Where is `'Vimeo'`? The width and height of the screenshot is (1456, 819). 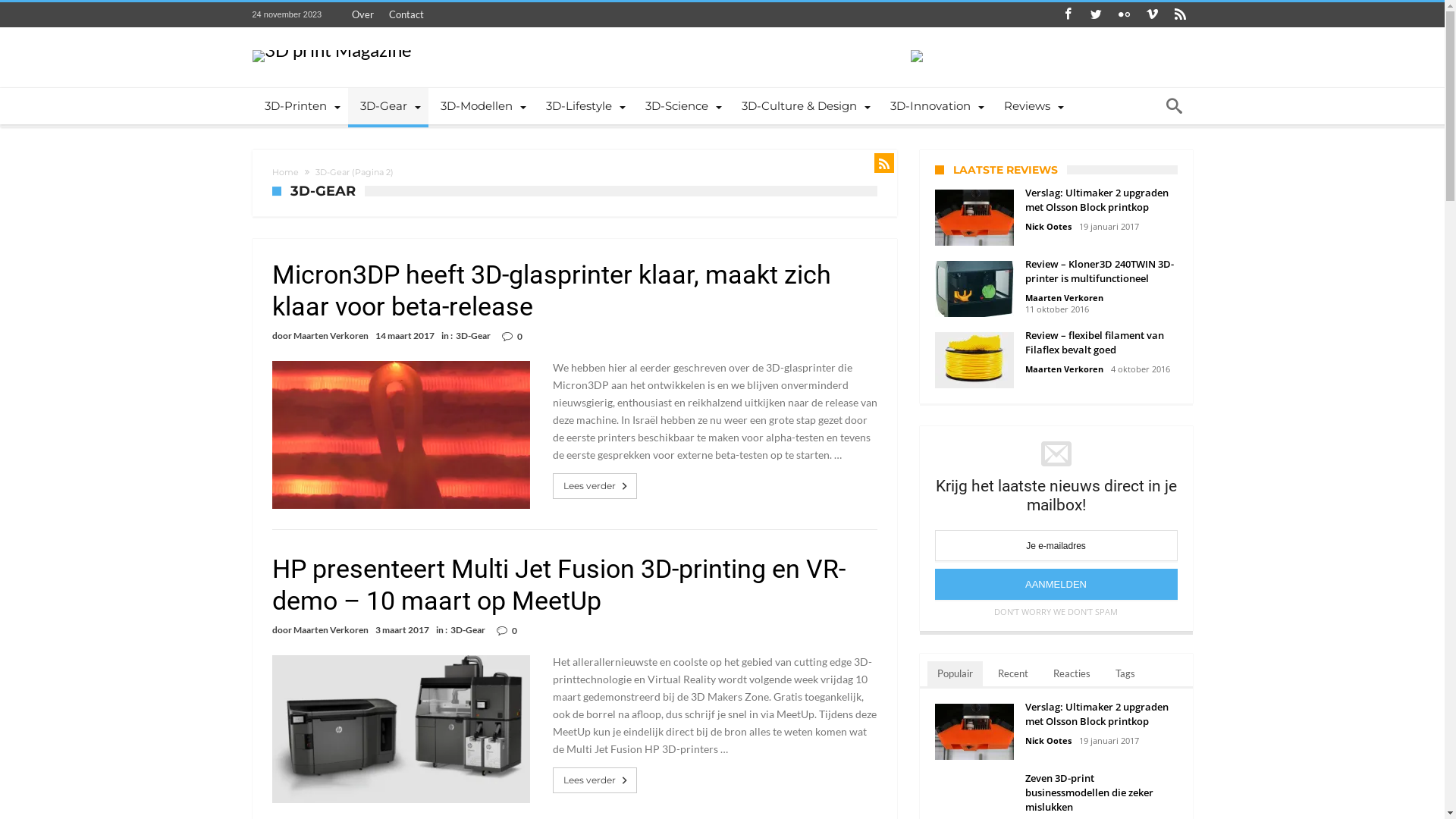
'Vimeo' is located at coordinates (1153, 14).